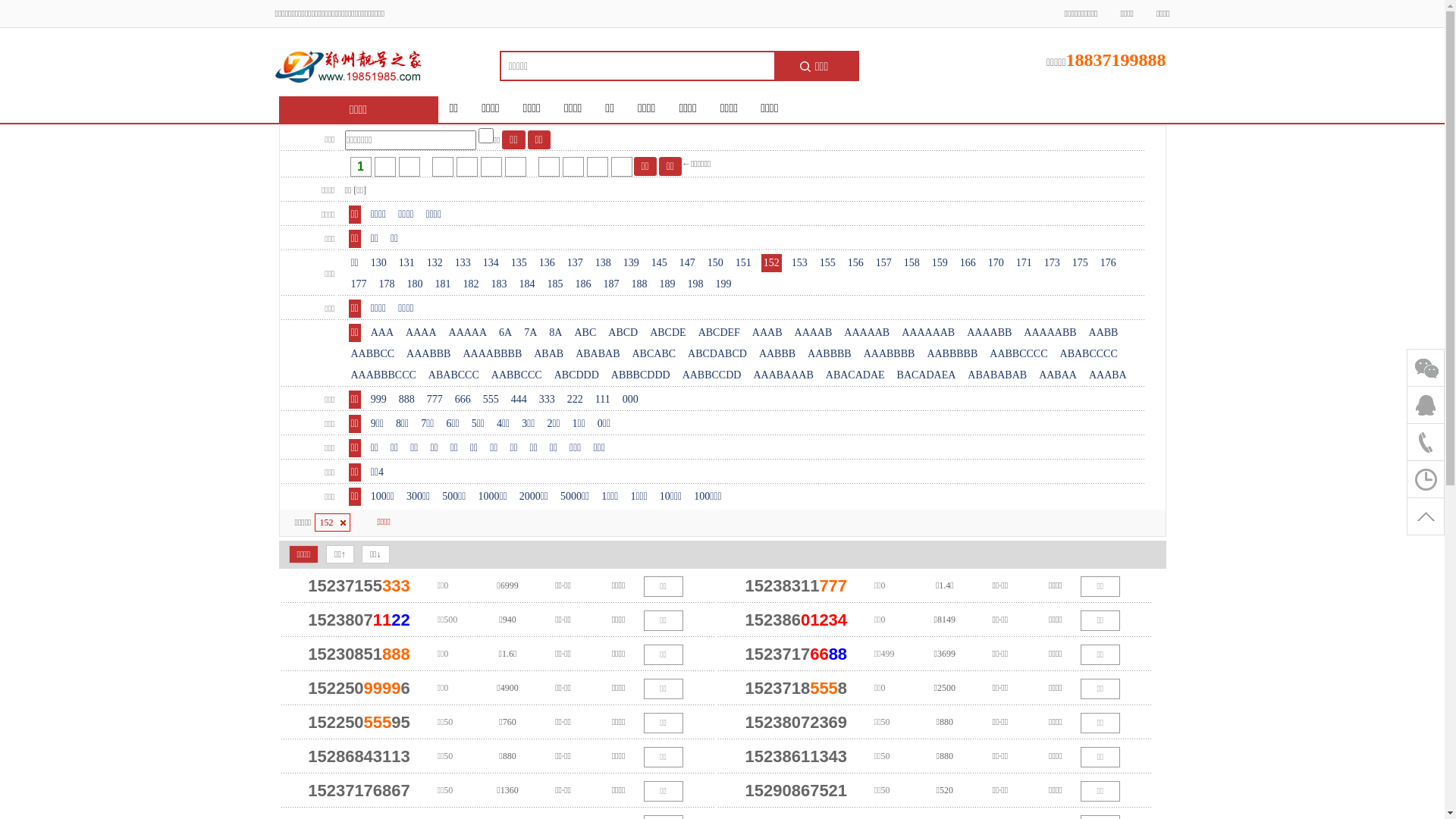 The height and width of the screenshot is (819, 1456). What do you see at coordinates (684, 284) in the screenshot?
I see `'198'` at bounding box center [684, 284].